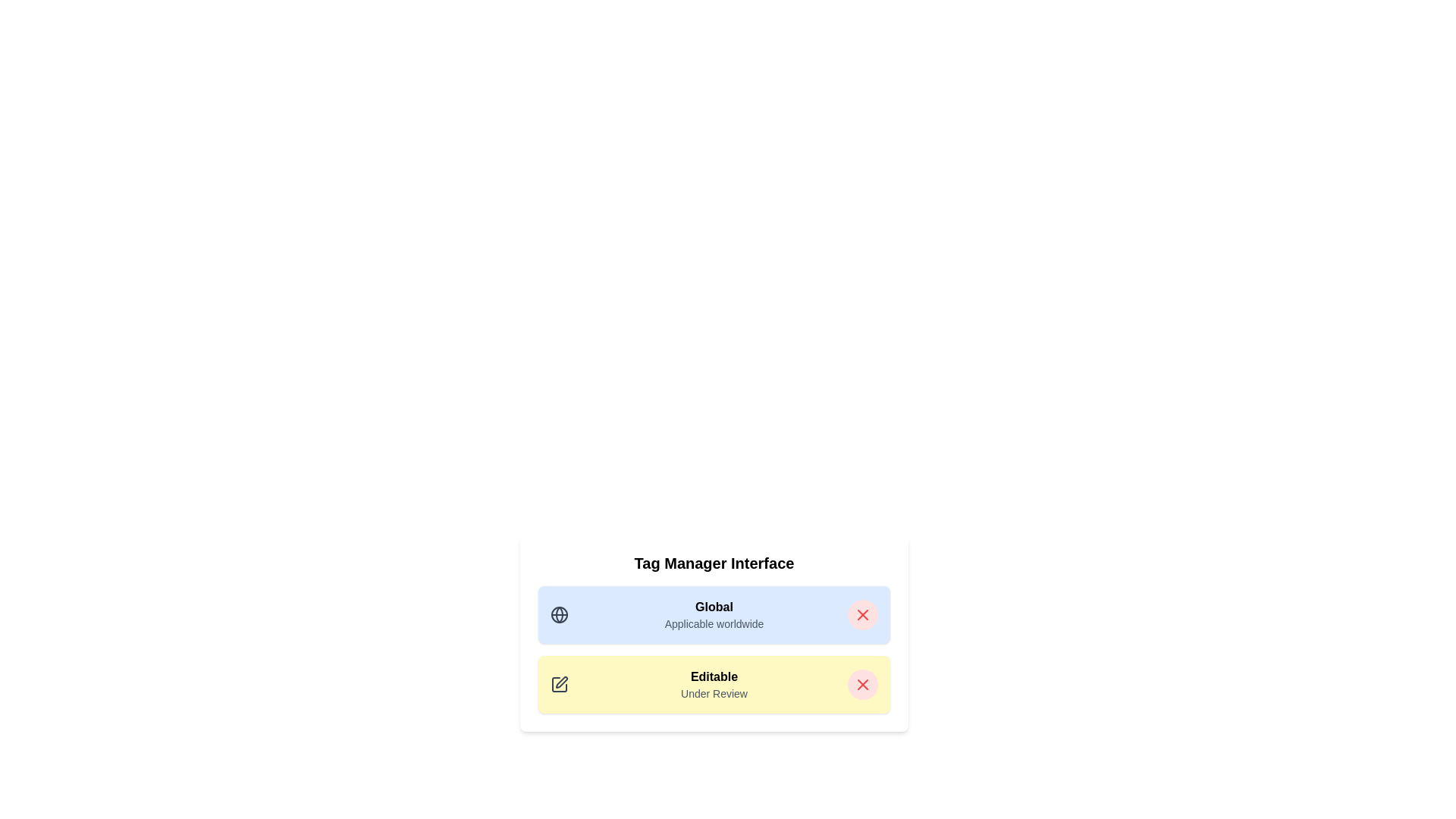 The height and width of the screenshot is (819, 1456). What do you see at coordinates (862, 684) in the screenshot?
I see `delete button for the tag labeled Editable` at bounding box center [862, 684].